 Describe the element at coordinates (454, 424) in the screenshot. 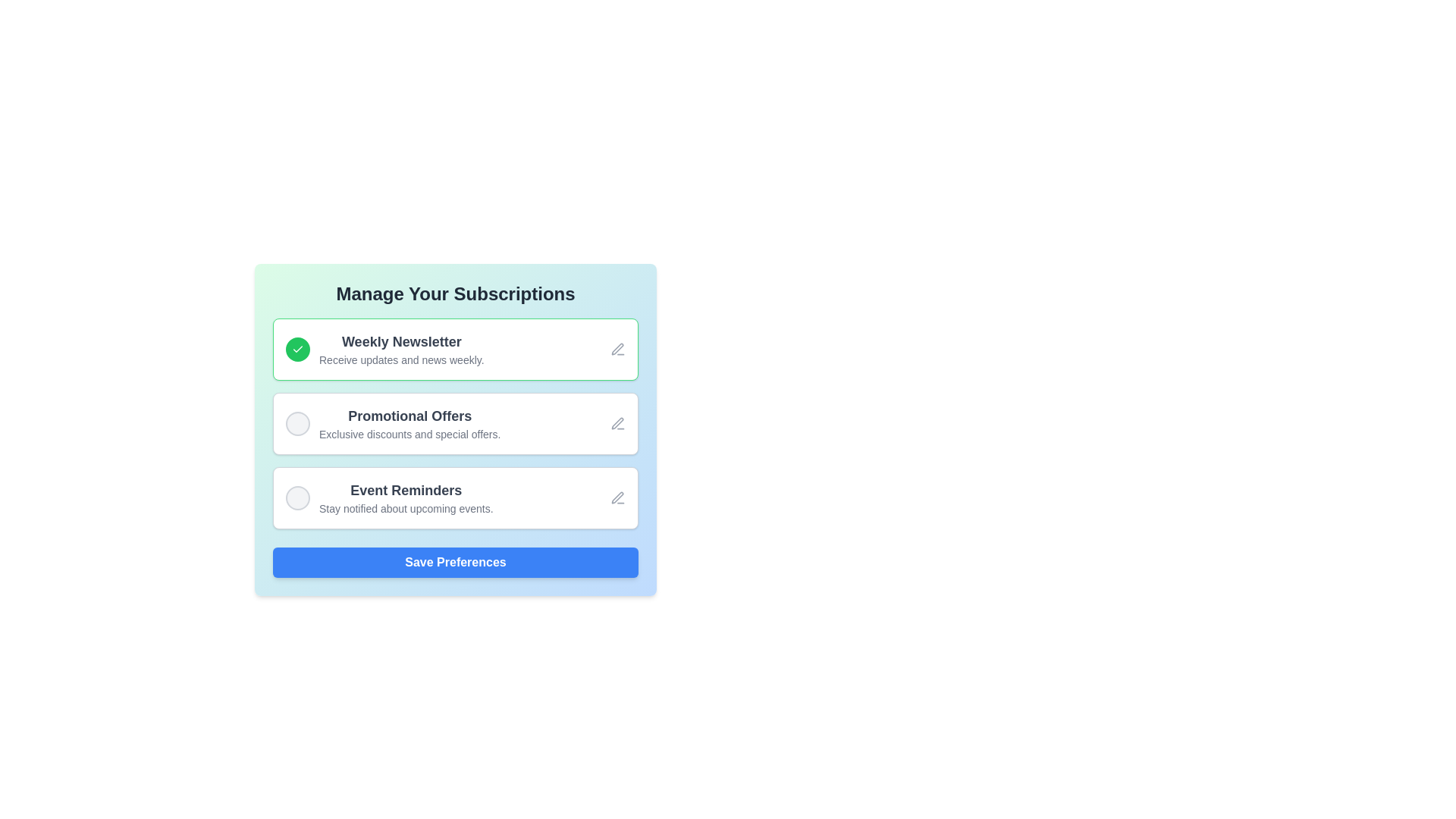

I see `the checkbox for the 'Promotional Offers' subscription option, which is the second item in the list within the 'Manage Your Subscriptions' card` at that location.